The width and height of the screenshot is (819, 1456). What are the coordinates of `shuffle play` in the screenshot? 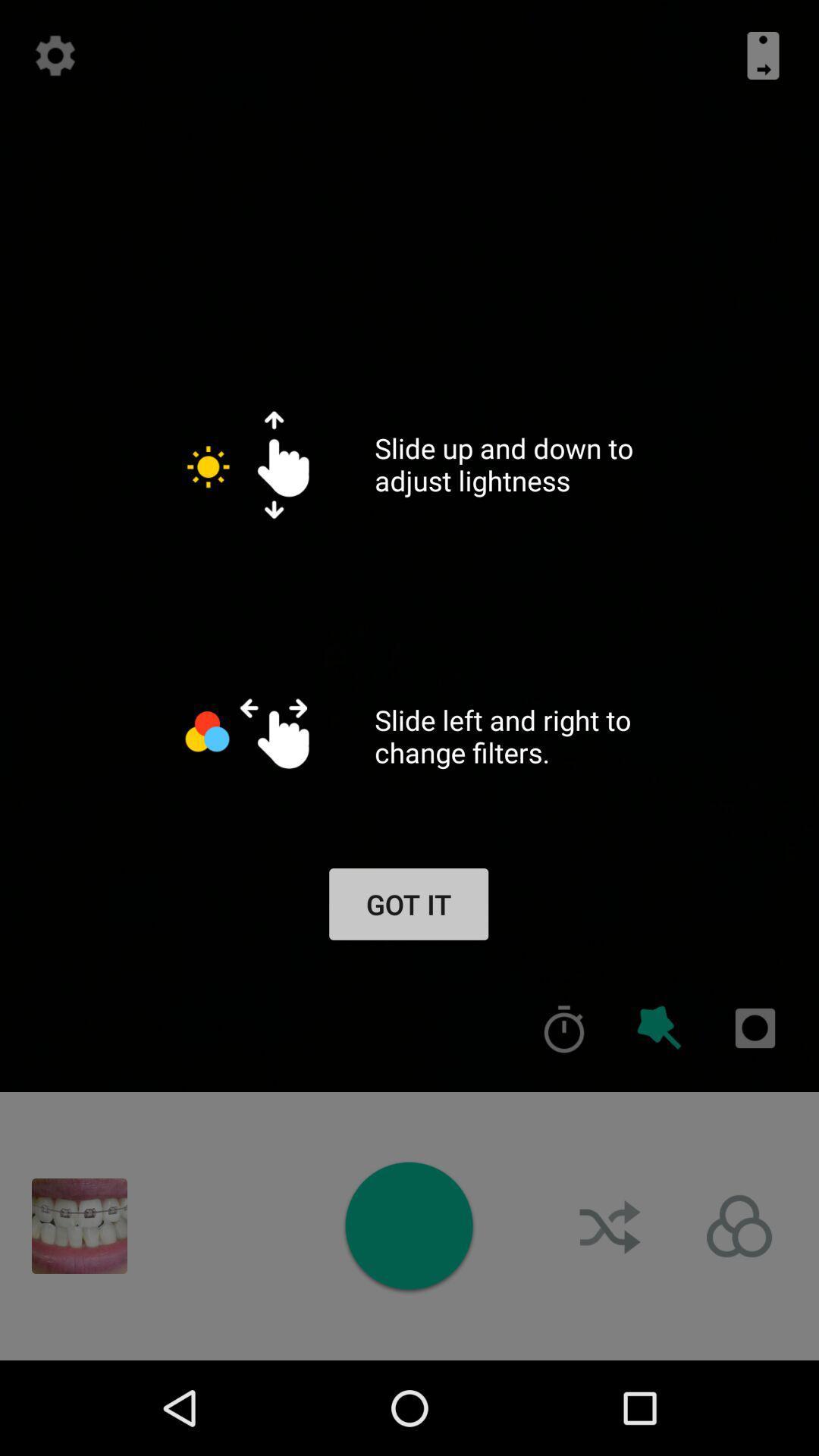 It's located at (610, 1226).